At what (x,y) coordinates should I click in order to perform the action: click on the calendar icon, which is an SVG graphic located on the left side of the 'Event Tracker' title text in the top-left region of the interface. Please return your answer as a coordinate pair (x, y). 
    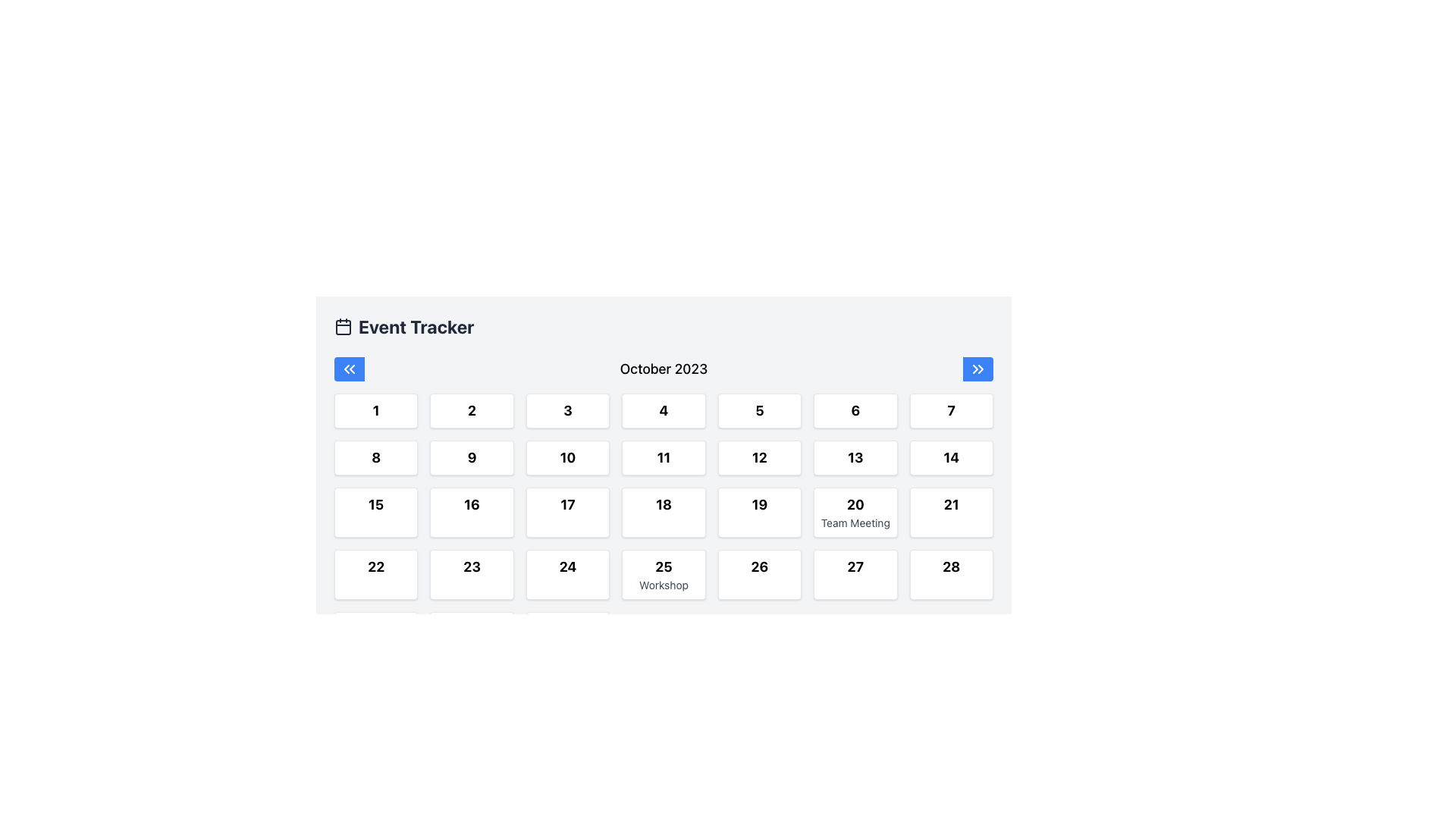
    Looking at the image, I should click on (342, 326).